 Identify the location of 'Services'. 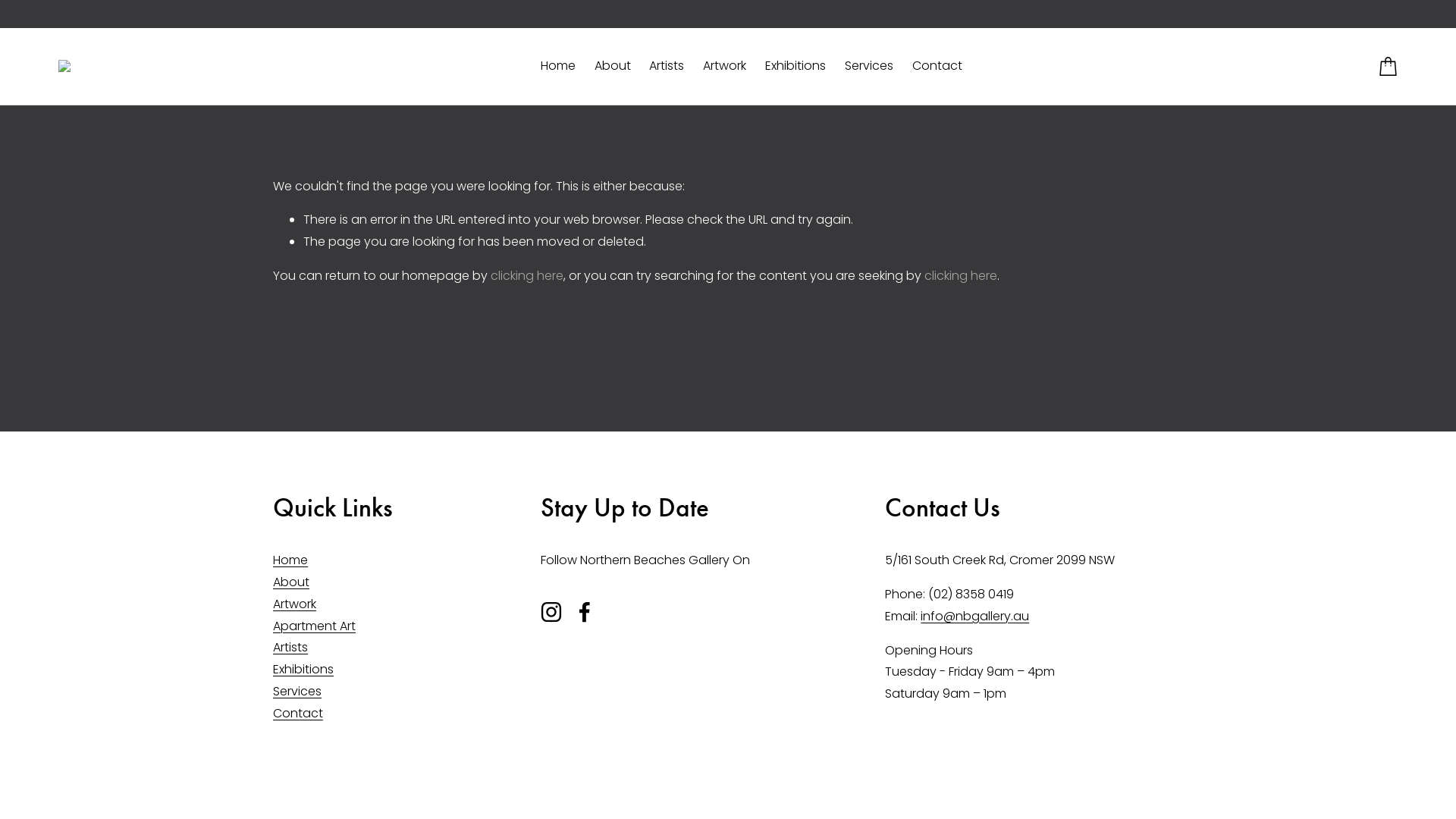
(843, 65).